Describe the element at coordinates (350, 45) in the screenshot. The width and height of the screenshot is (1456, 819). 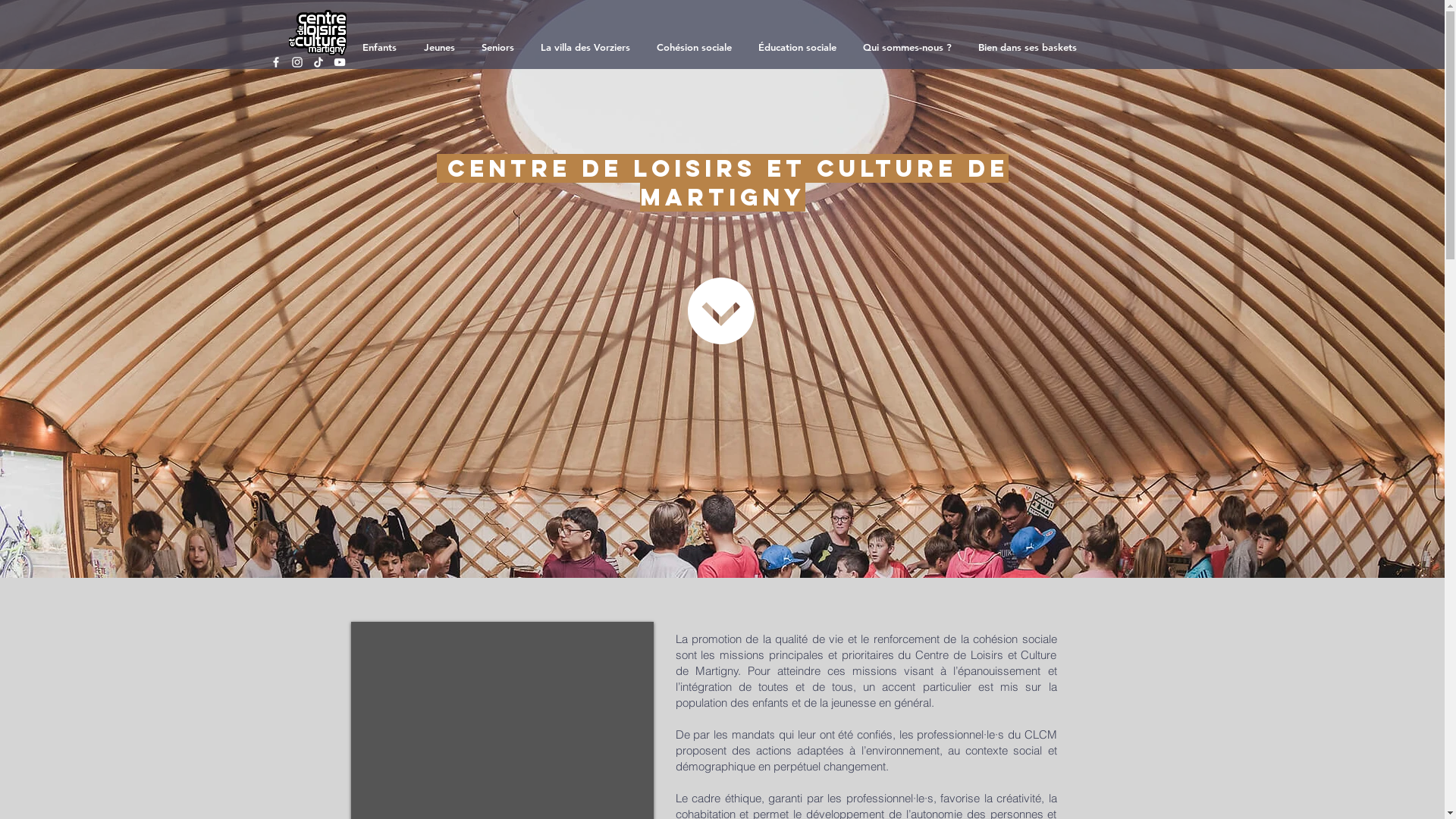
I see `'Enfants'` at that location.